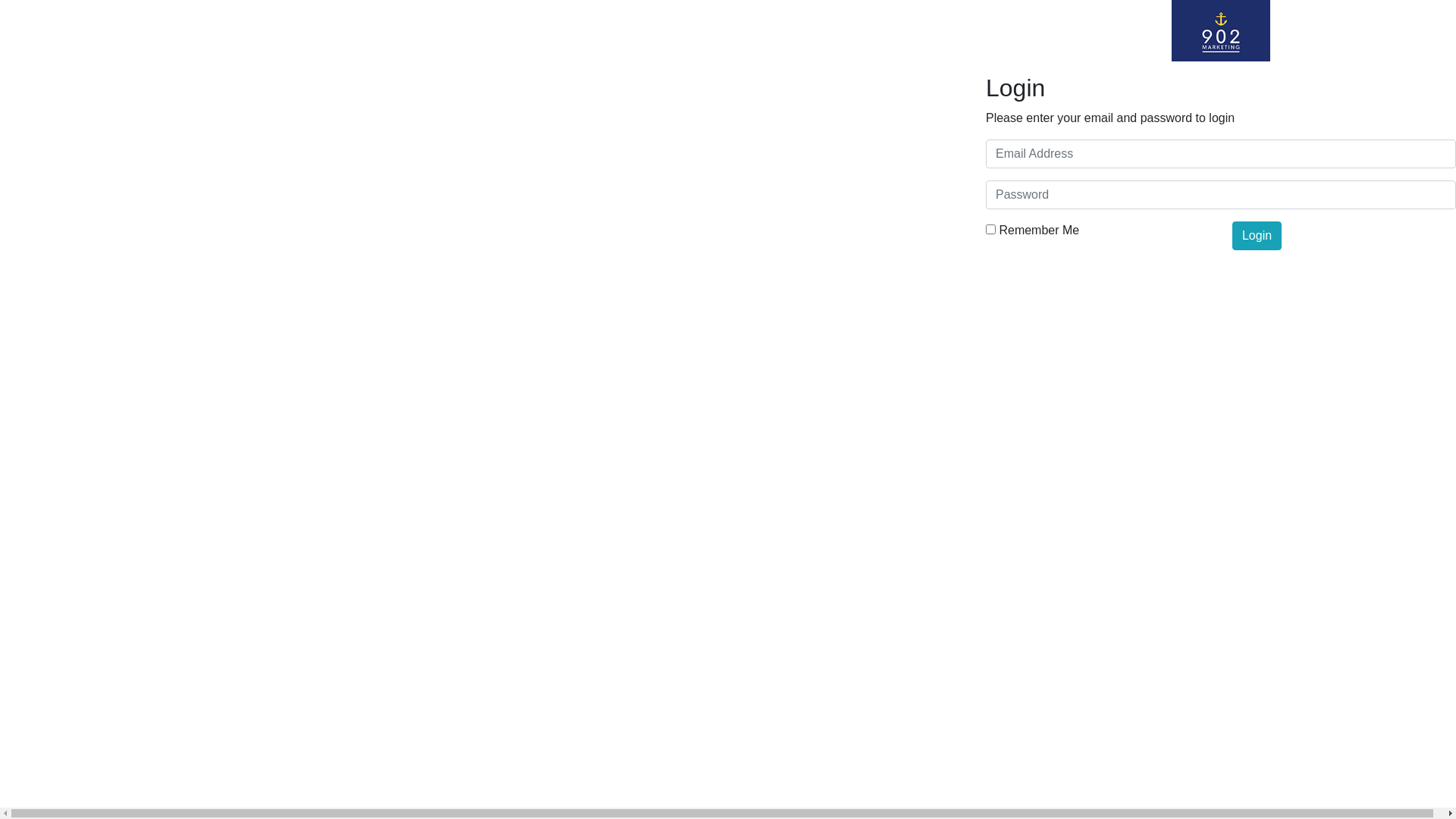  I want to click on 'Login', so click(1232, 236).